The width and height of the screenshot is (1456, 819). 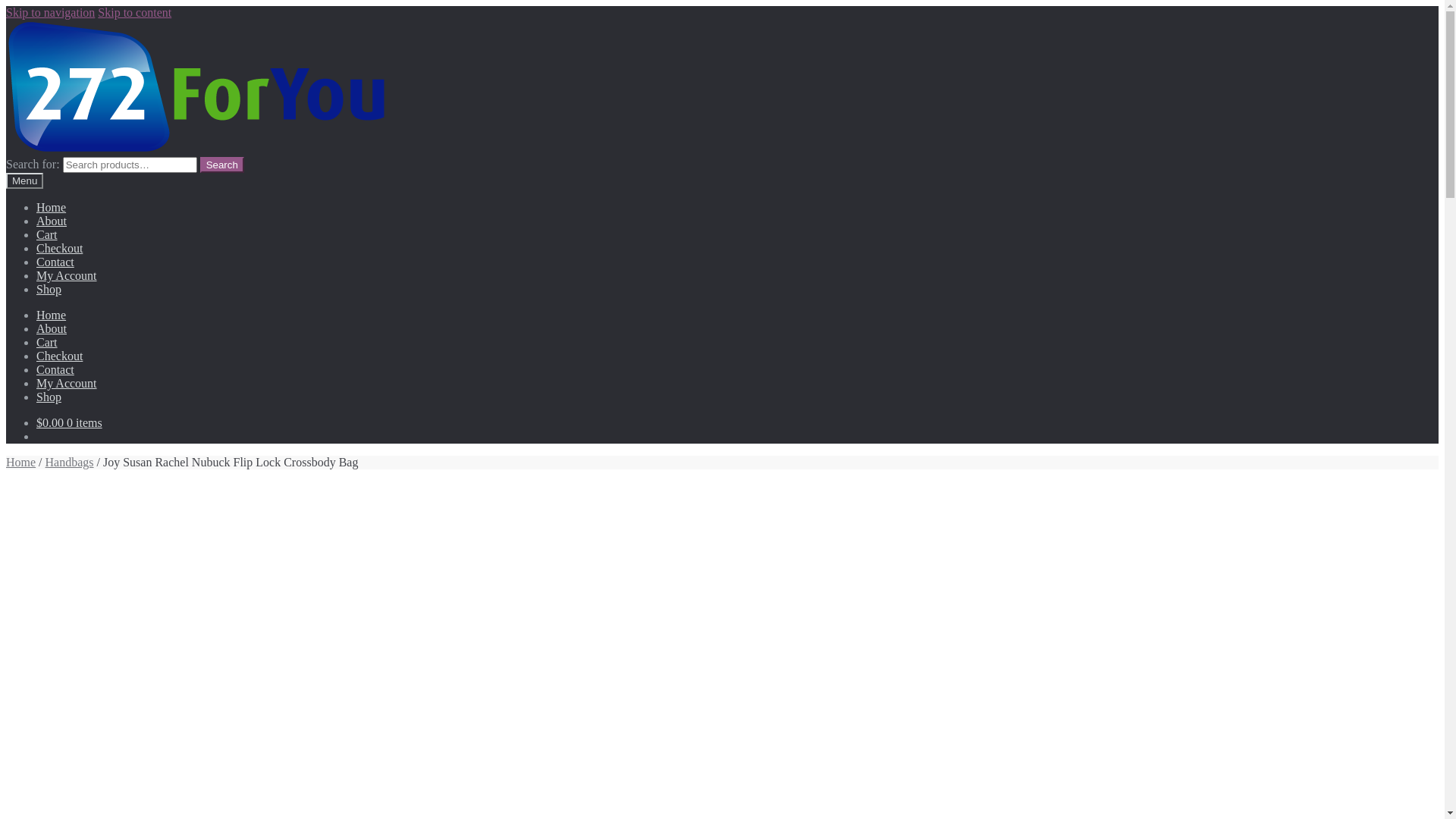 What do you see at coordinates (59, 356) in the screenshot?
I see `'Checkout'` at bounding box center [59, 356].